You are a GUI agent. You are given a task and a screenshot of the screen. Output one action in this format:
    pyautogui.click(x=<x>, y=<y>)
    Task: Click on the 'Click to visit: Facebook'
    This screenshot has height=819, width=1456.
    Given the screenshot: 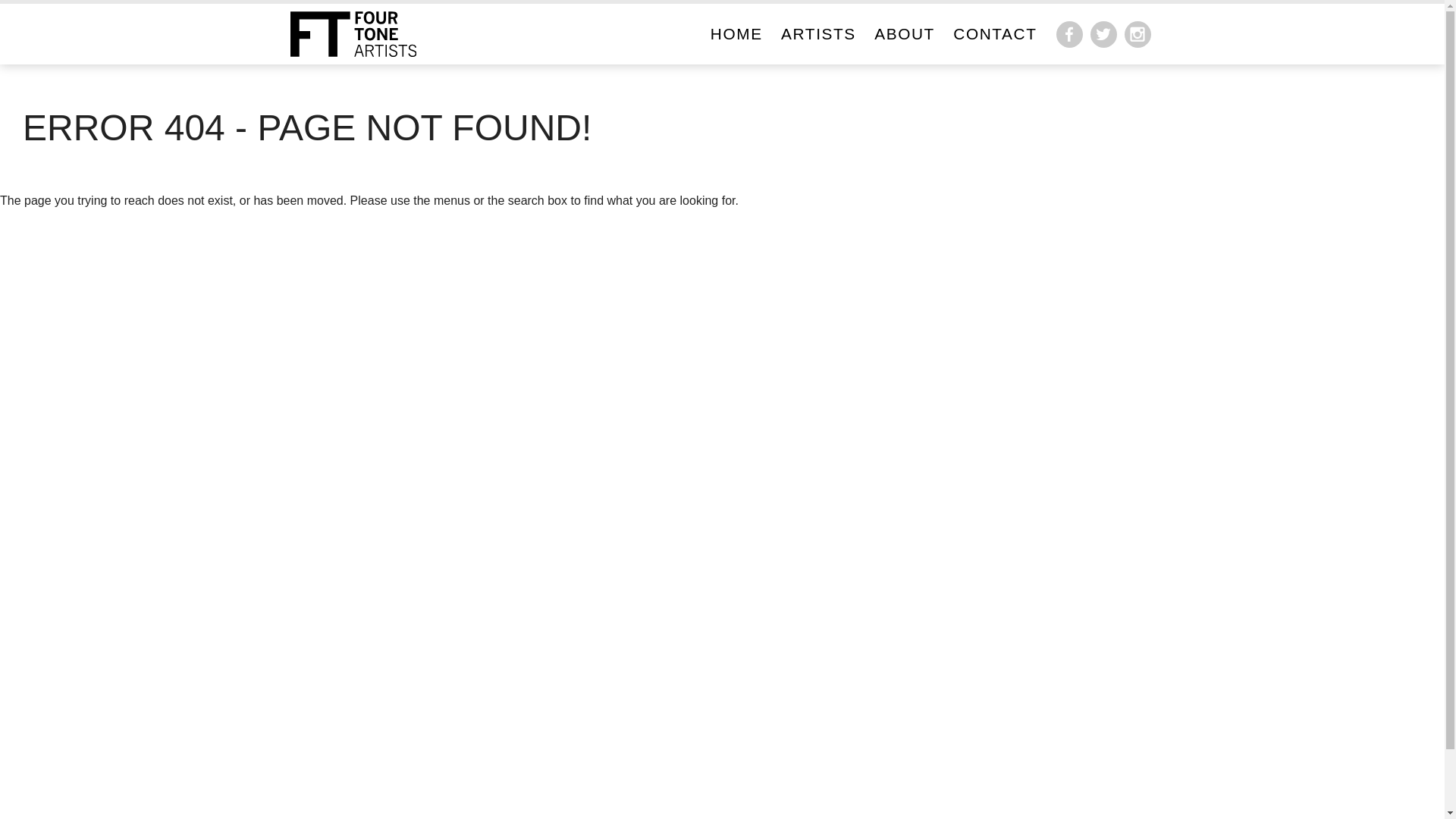 What is the action you would take?
    pyautogui.click(x=1068, y=34)
    